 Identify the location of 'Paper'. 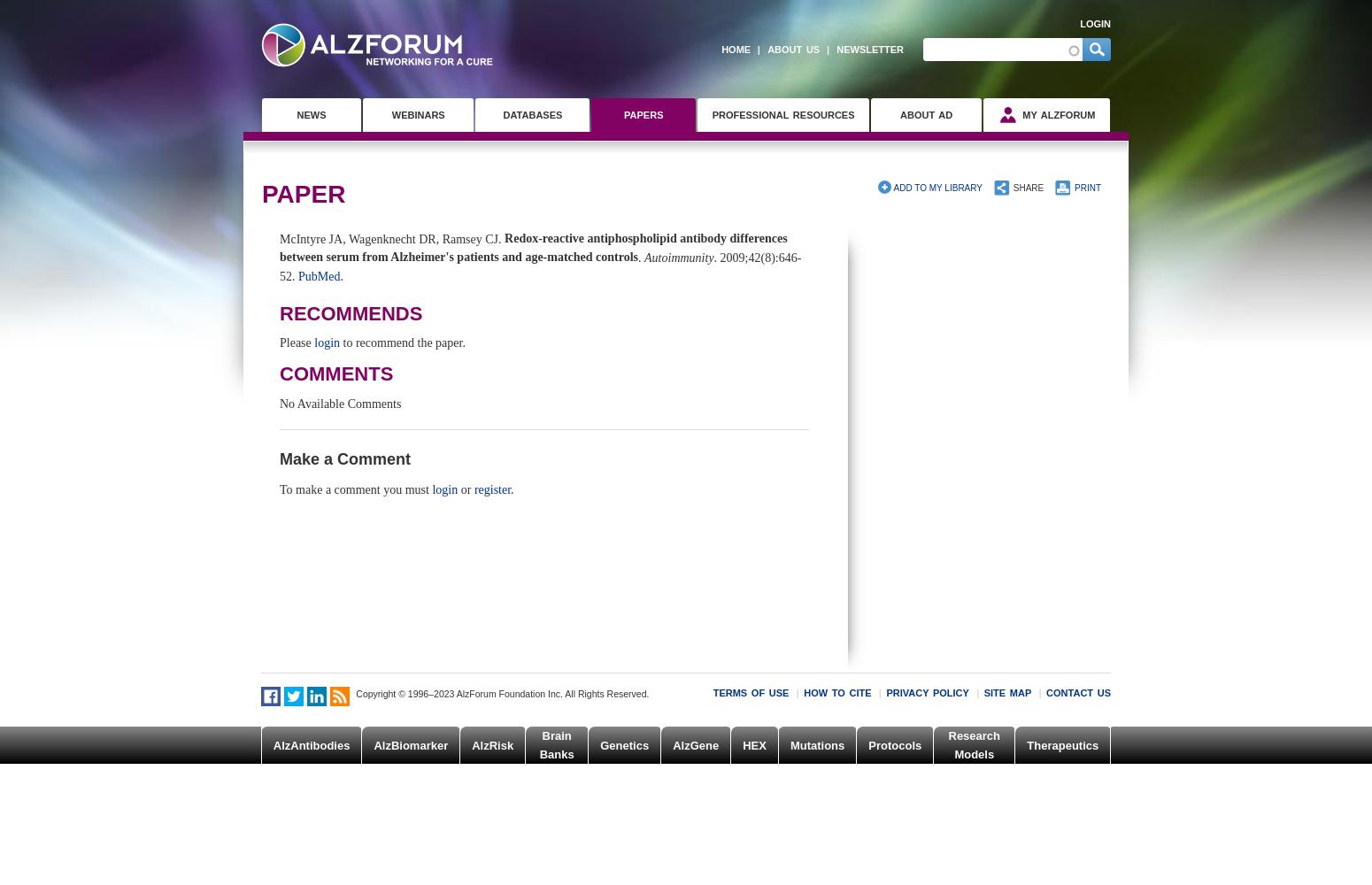
(303, 192).